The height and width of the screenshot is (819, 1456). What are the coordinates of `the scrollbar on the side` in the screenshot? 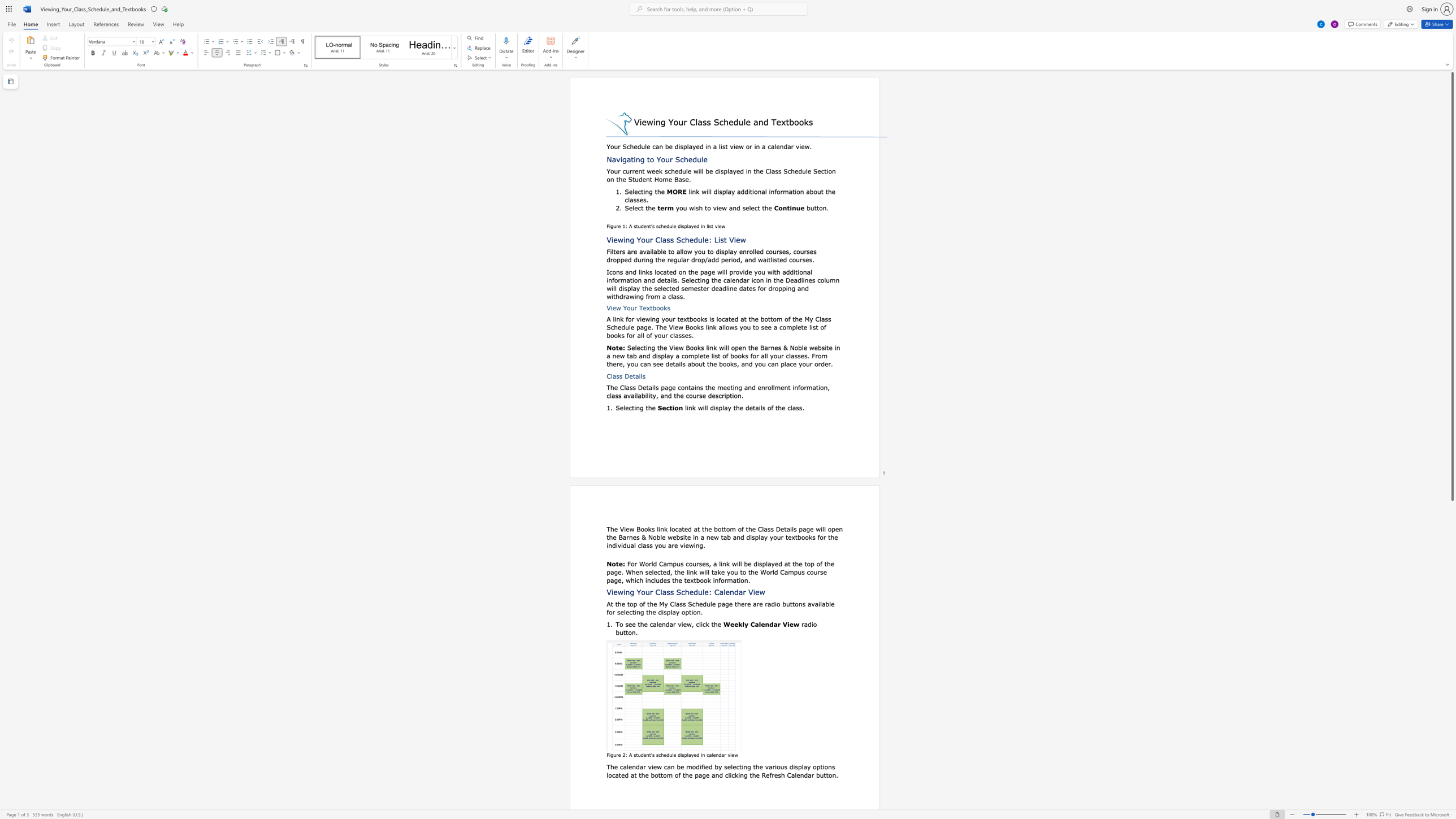 It's located at (1451, 754).